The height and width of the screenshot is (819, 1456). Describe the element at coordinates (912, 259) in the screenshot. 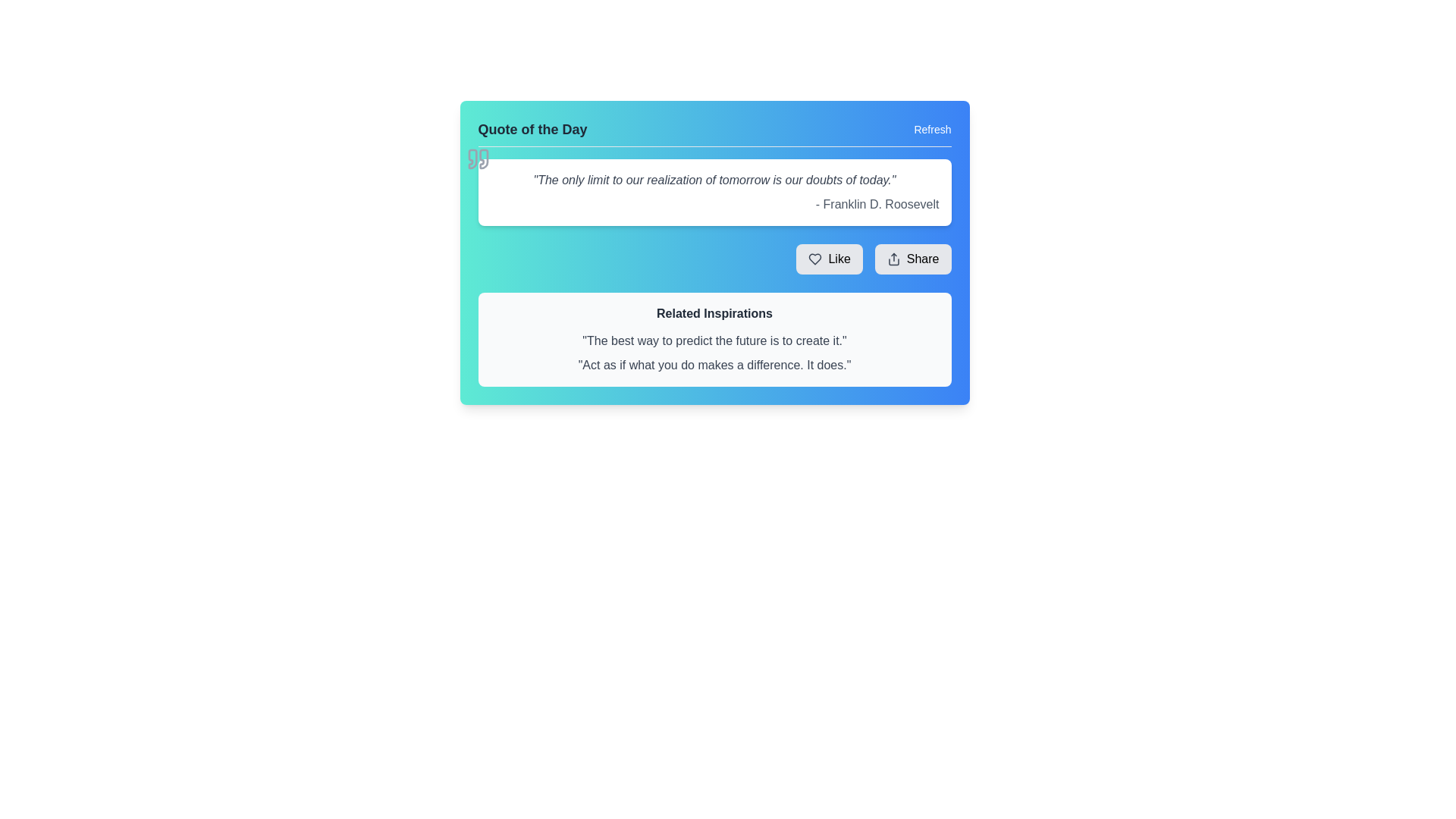

I see `the 'Share' button, which is a rounded rectangular button with a light gray background and a share icon, located in the bottom-right corner of a quote card interface` at that location.